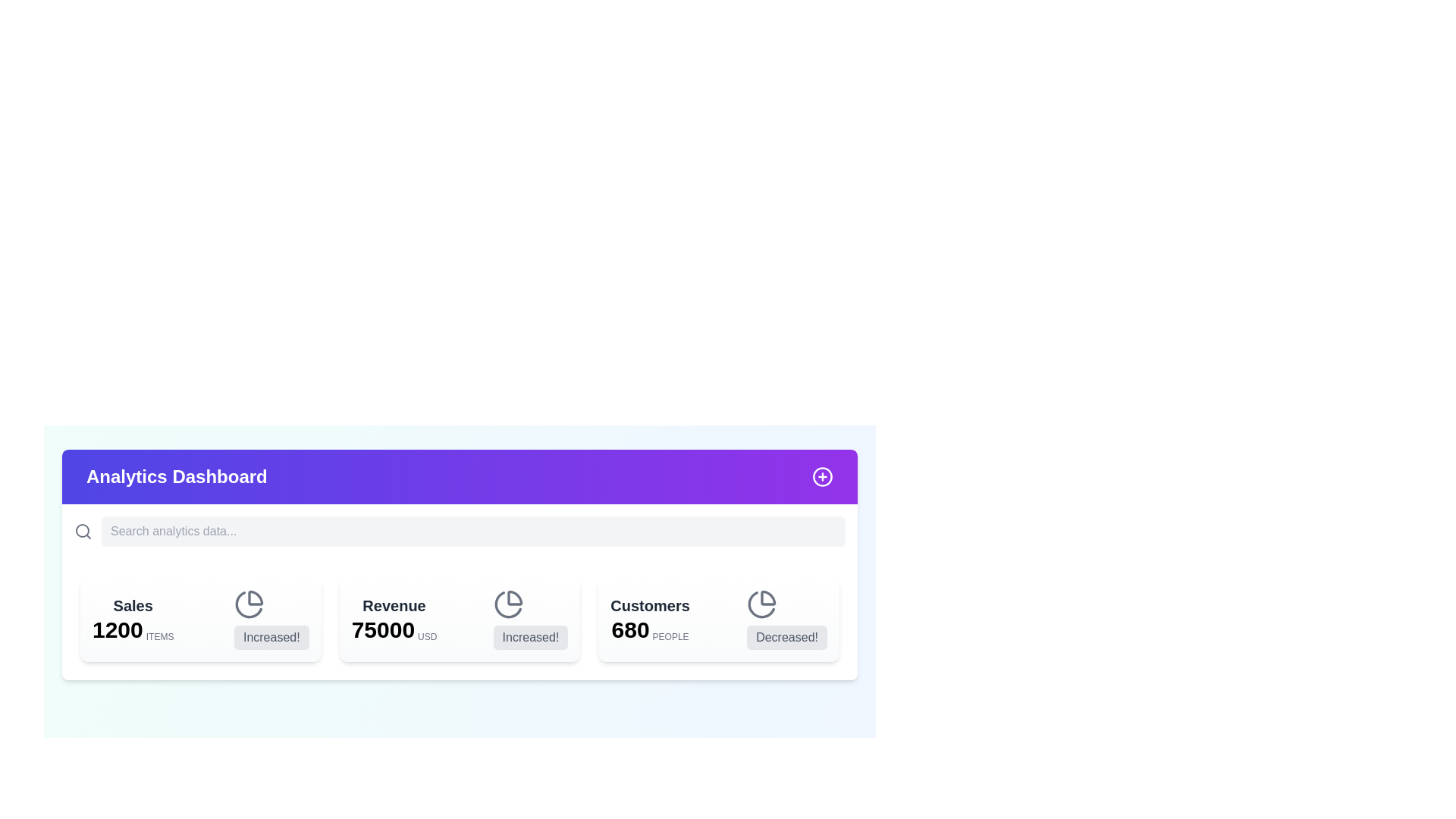 Image resolution: width=1456 pixels, height=819 pixels. Describe the element at coordinates (761, 604) in the screenshot. I see `properties of the outlined pie chart icon located in the 'Customers' section of the dashboard, adjacent to the 'Decreased!' label` at that location.